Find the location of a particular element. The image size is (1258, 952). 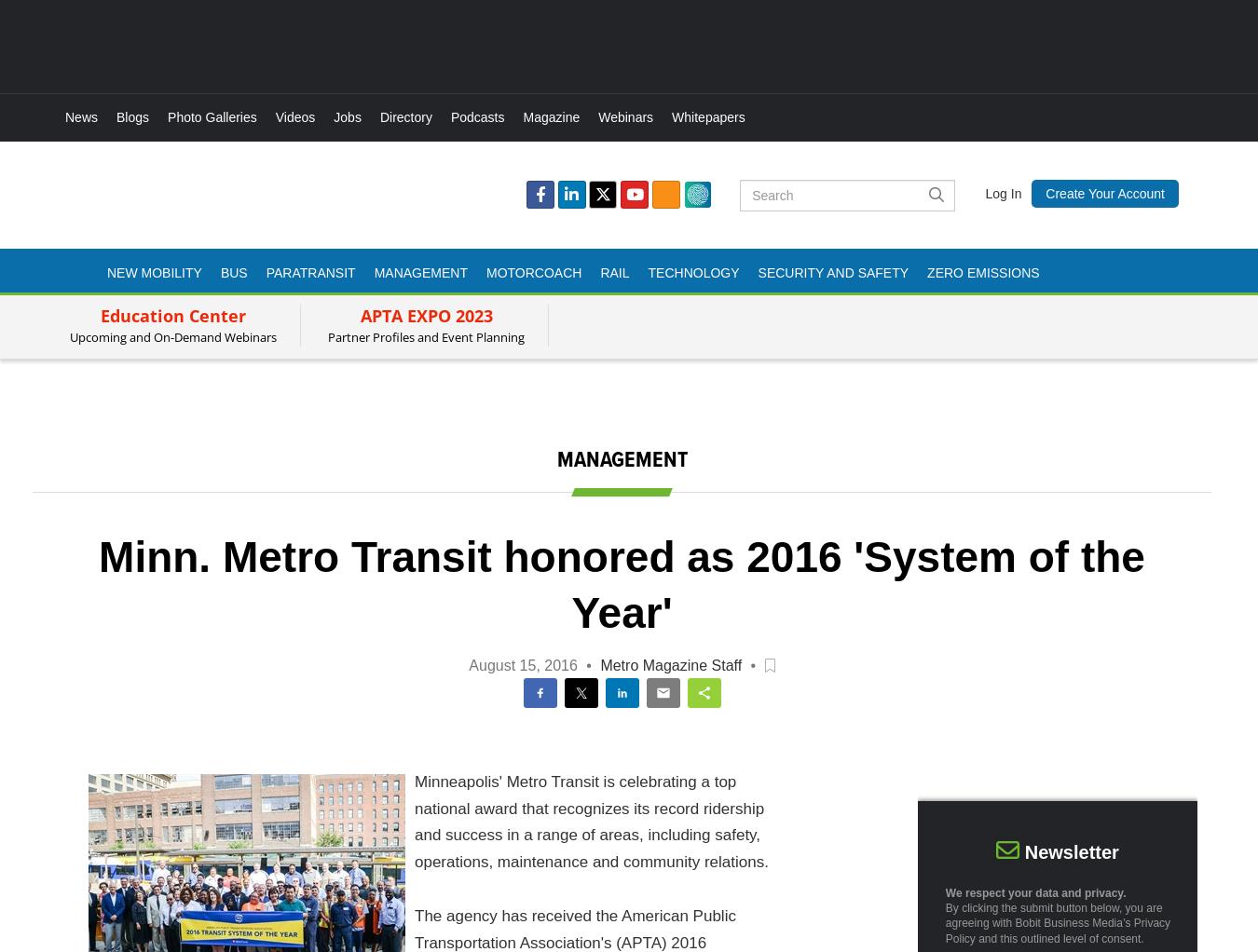

'Security and Safety' is located at coordinates (832, 271).